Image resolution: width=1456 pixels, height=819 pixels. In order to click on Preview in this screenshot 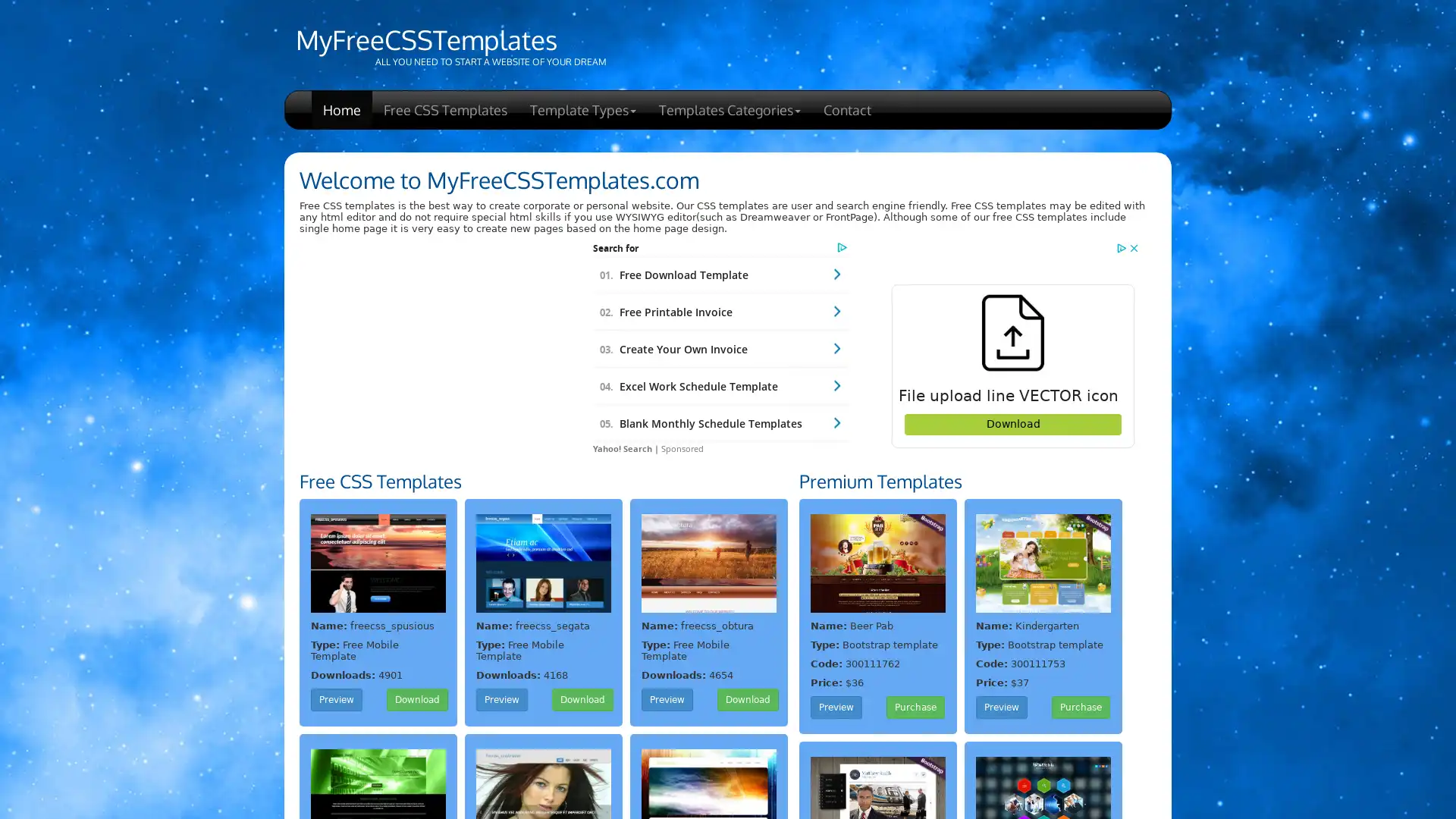, I will do `click(502, 699)`.